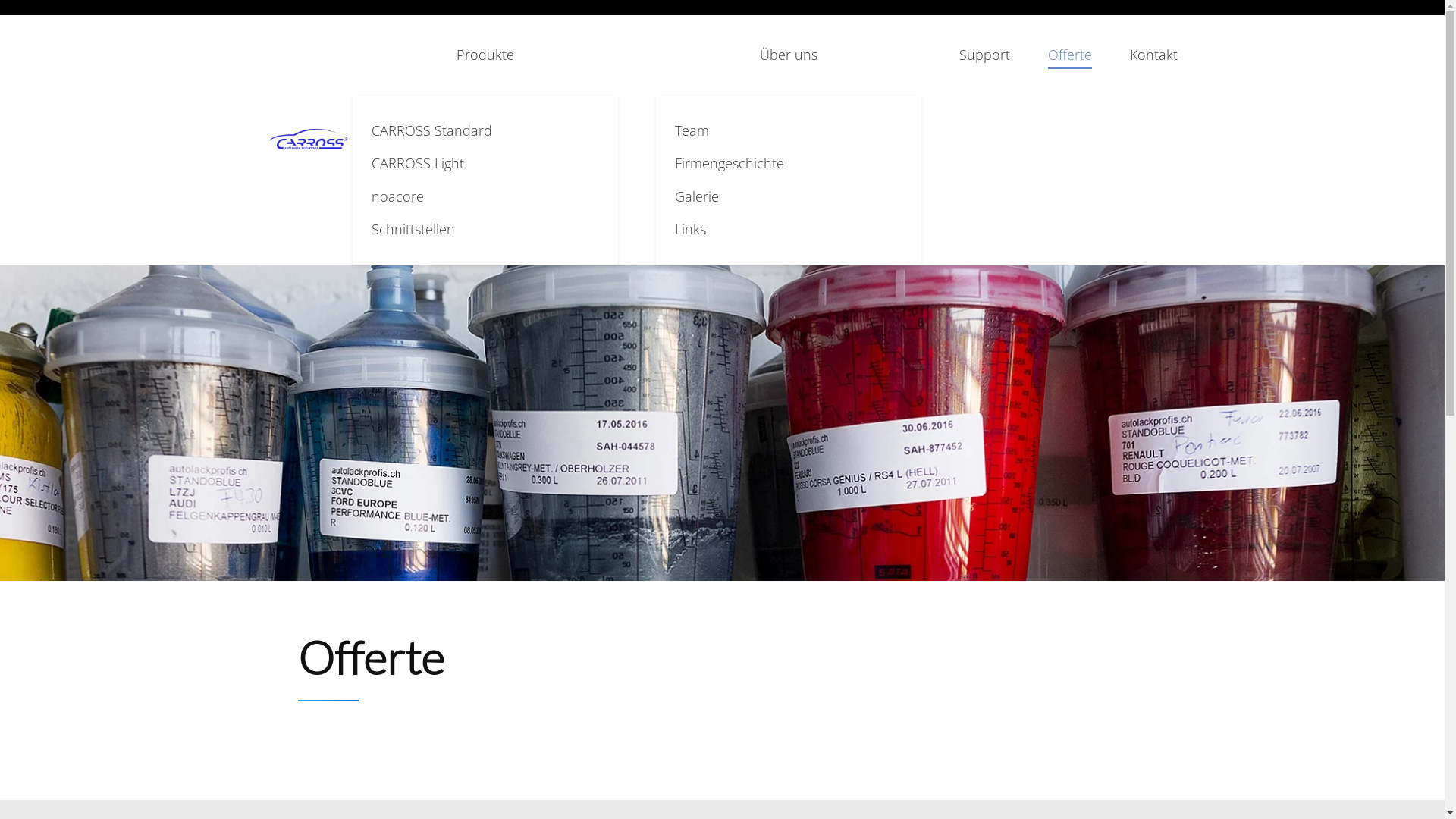 The height and width of the screenshot is (819, 1456). What do you see at coordinates (1153, 55) in the screenshot?
I see `'Kontakt'` at bounding box center [1153, 55].